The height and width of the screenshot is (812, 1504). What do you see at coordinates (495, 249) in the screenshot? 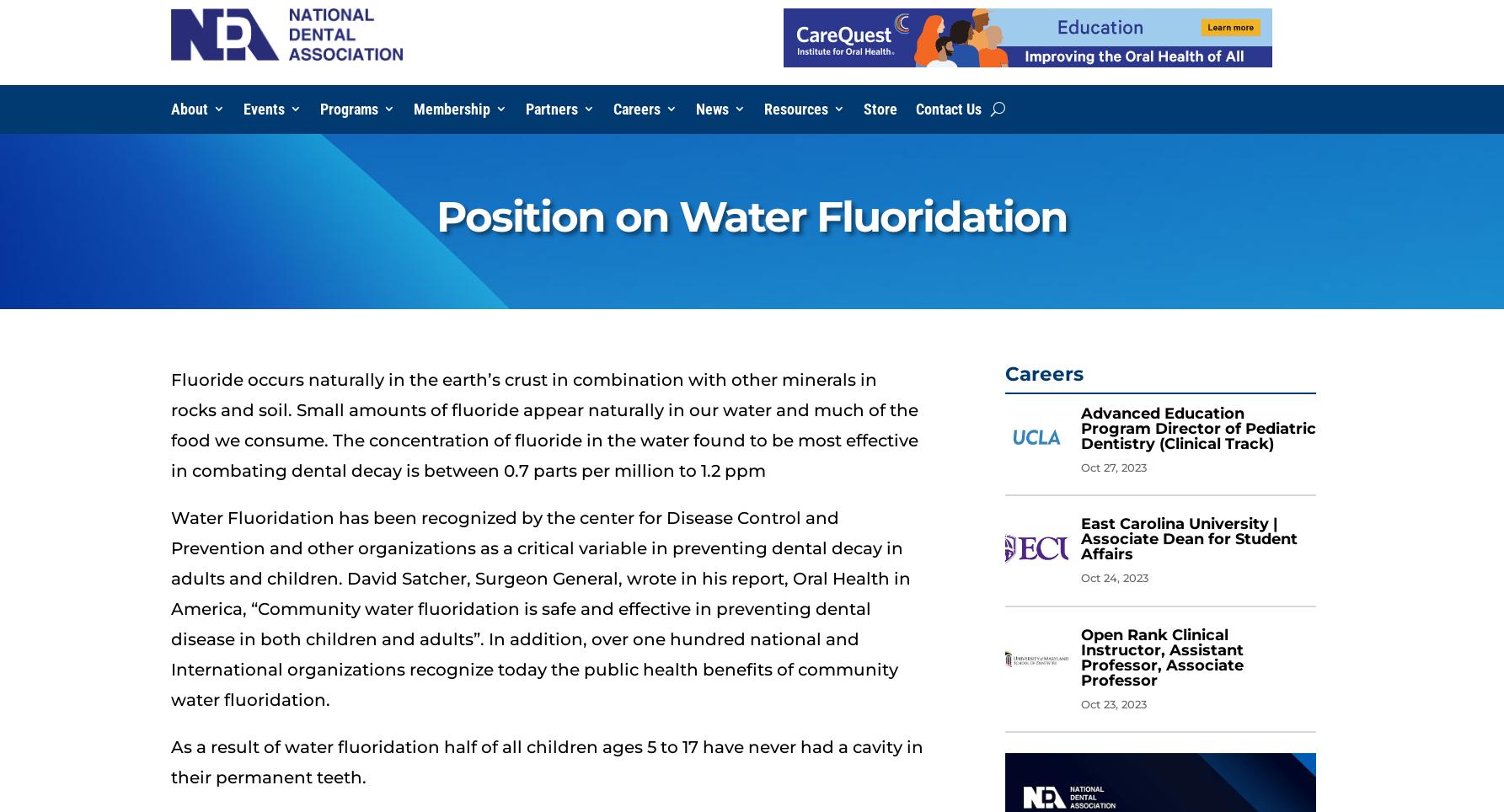
I see `'Local Dental Societies – Pay National Dues'` at bounding box center [495, 249].